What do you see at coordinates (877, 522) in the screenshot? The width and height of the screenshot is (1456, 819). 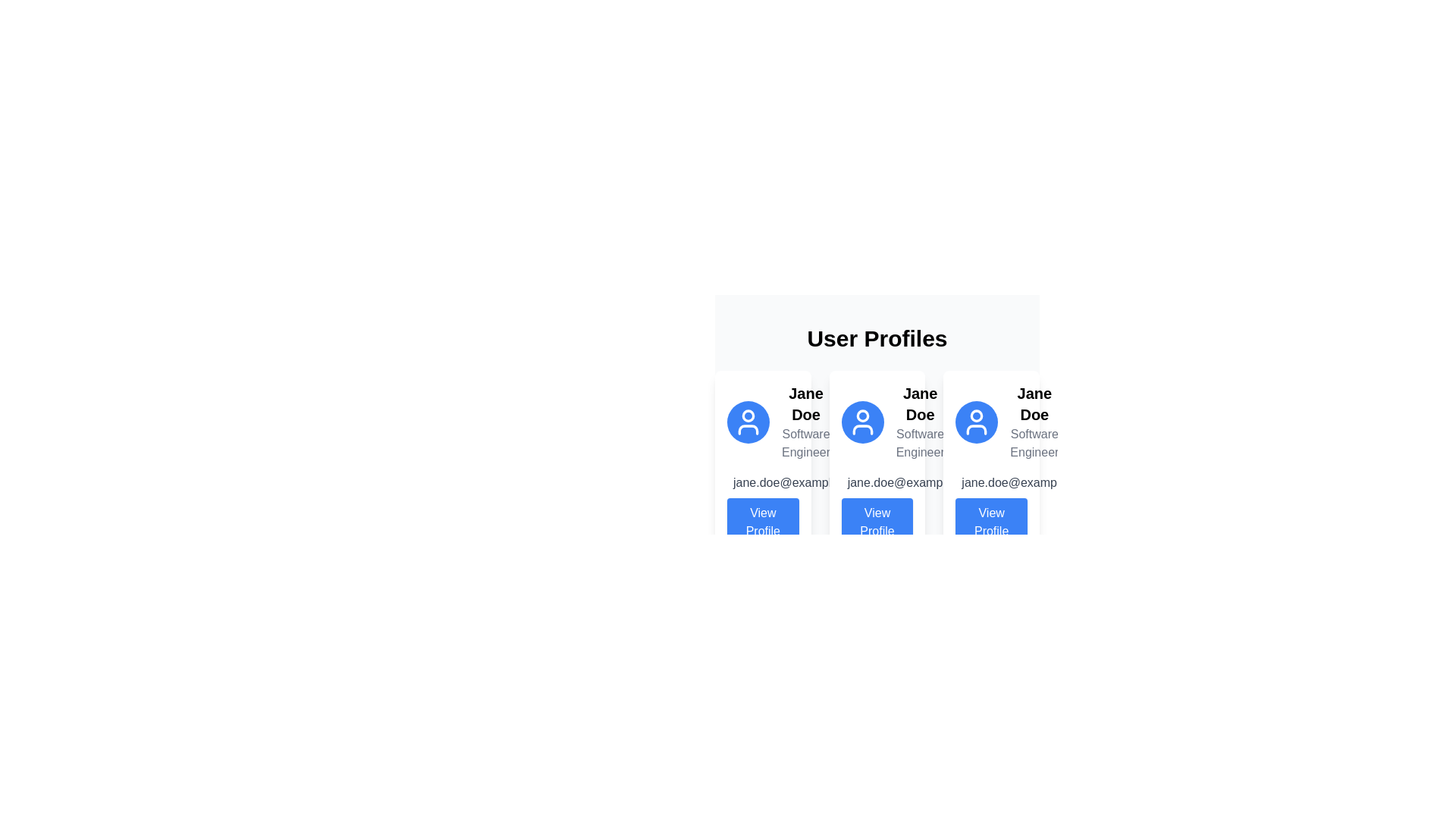 I see `the button located at the bottom of Jane Doe's profile card` at bounding box center [877, 522].